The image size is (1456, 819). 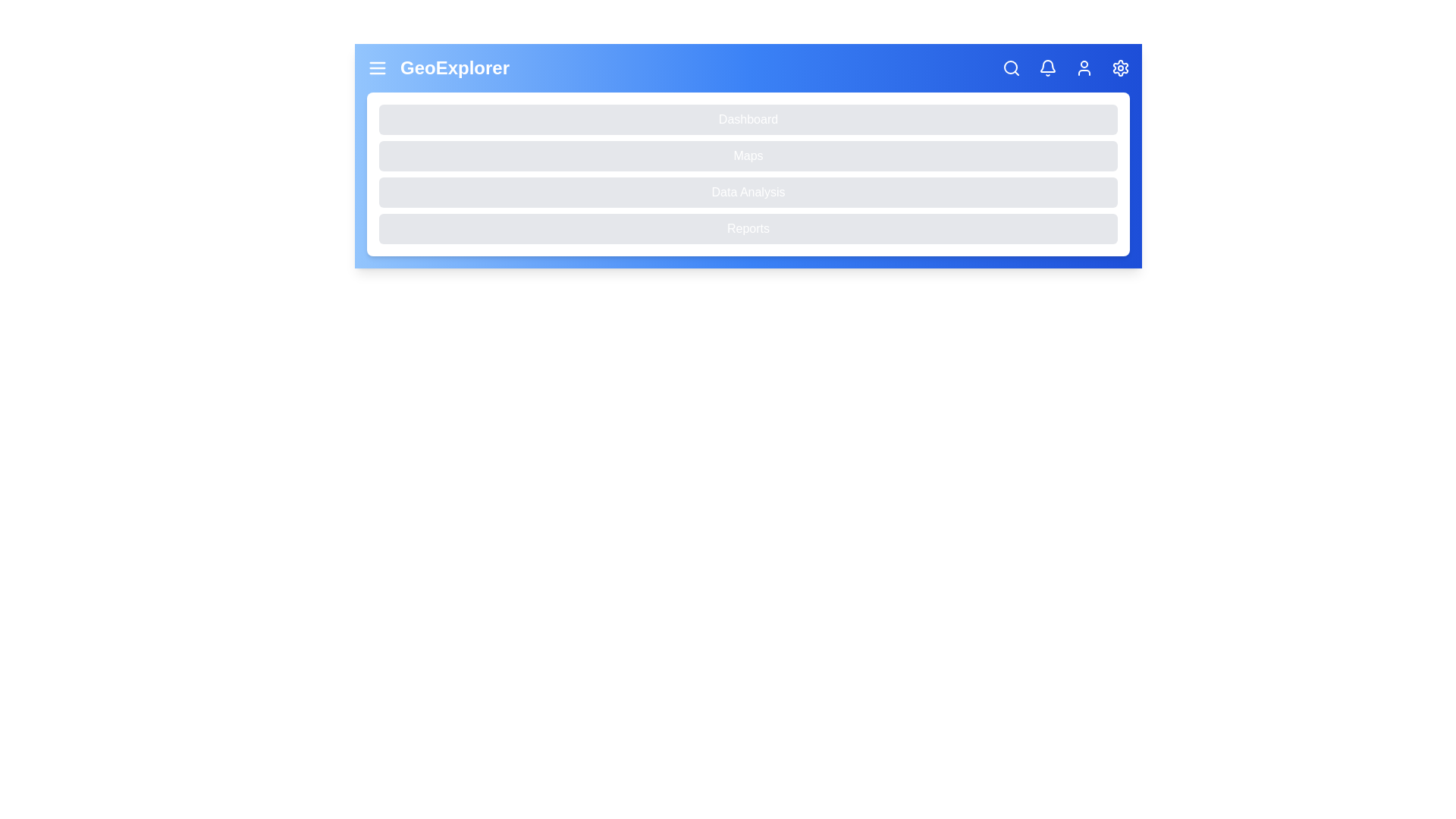 What do you see at coordinates (748, 192) in the screenshot?
I see `the menu item labeled Data Analysis to navigate to the corresponding section` at bounding box center [748, 192].